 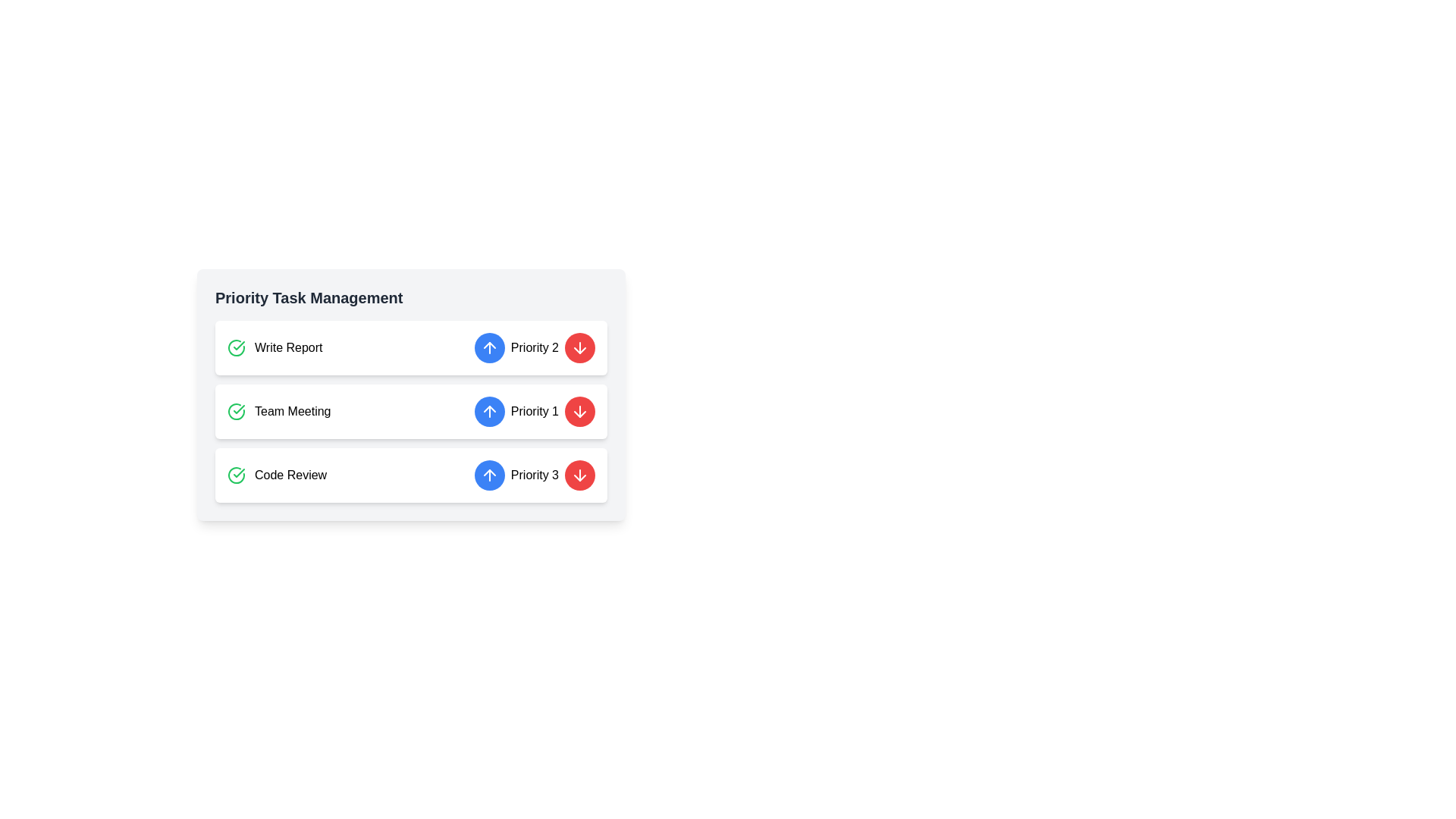 What do you see at coordinates (579, 475) in the screenshot?
I see `the downward-pointing arrow icon button with a red circular background to decrease the task priority in the 'Code Review' row of the 'Priority Task Management' interface` at bounding box center [579, 475].